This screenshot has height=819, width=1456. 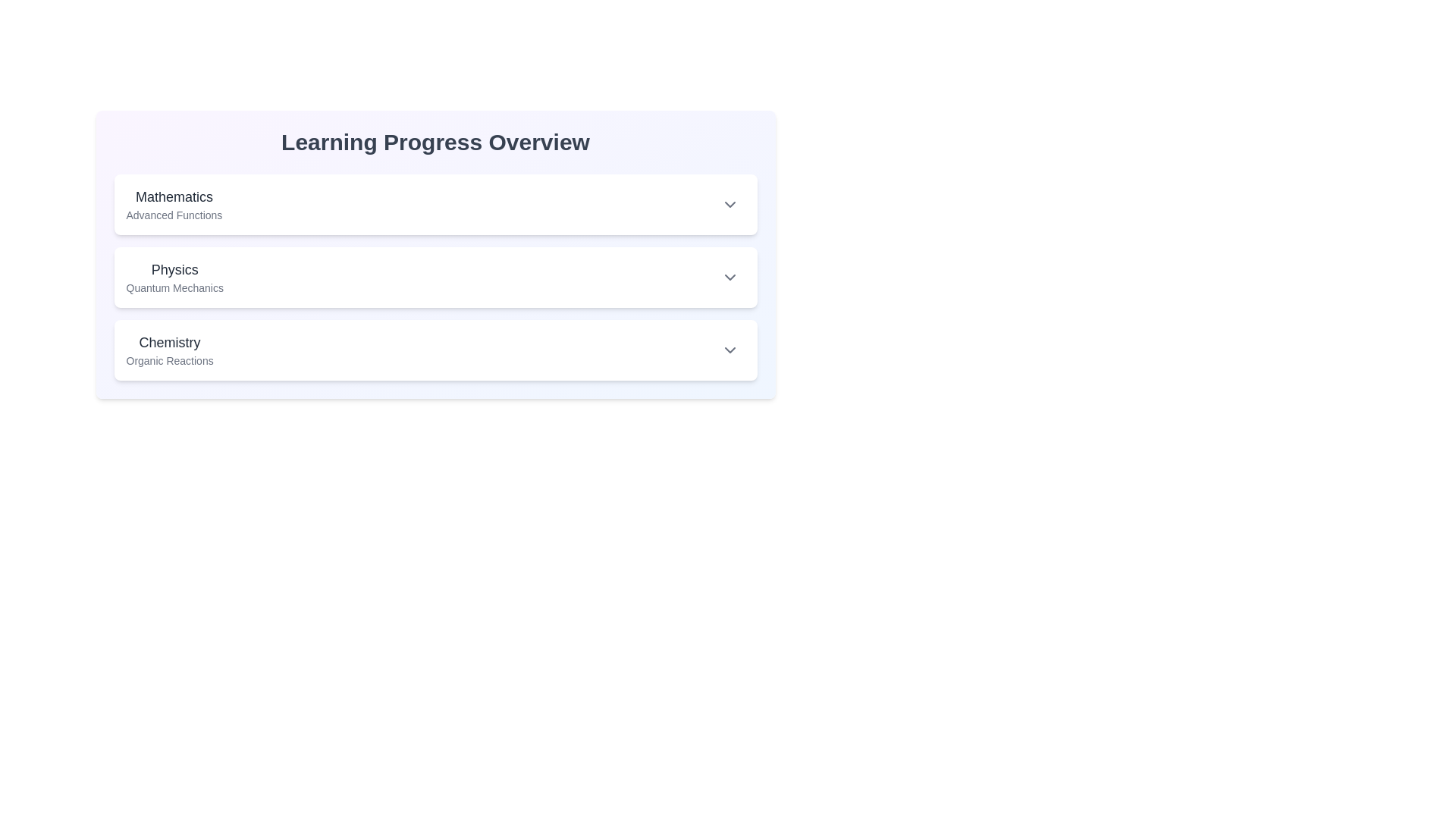 I want to click on the 'Physics' subject card displaying 'Quantum Mechanics' in the Learning Progress Overview section, so click(x=435, y=253).